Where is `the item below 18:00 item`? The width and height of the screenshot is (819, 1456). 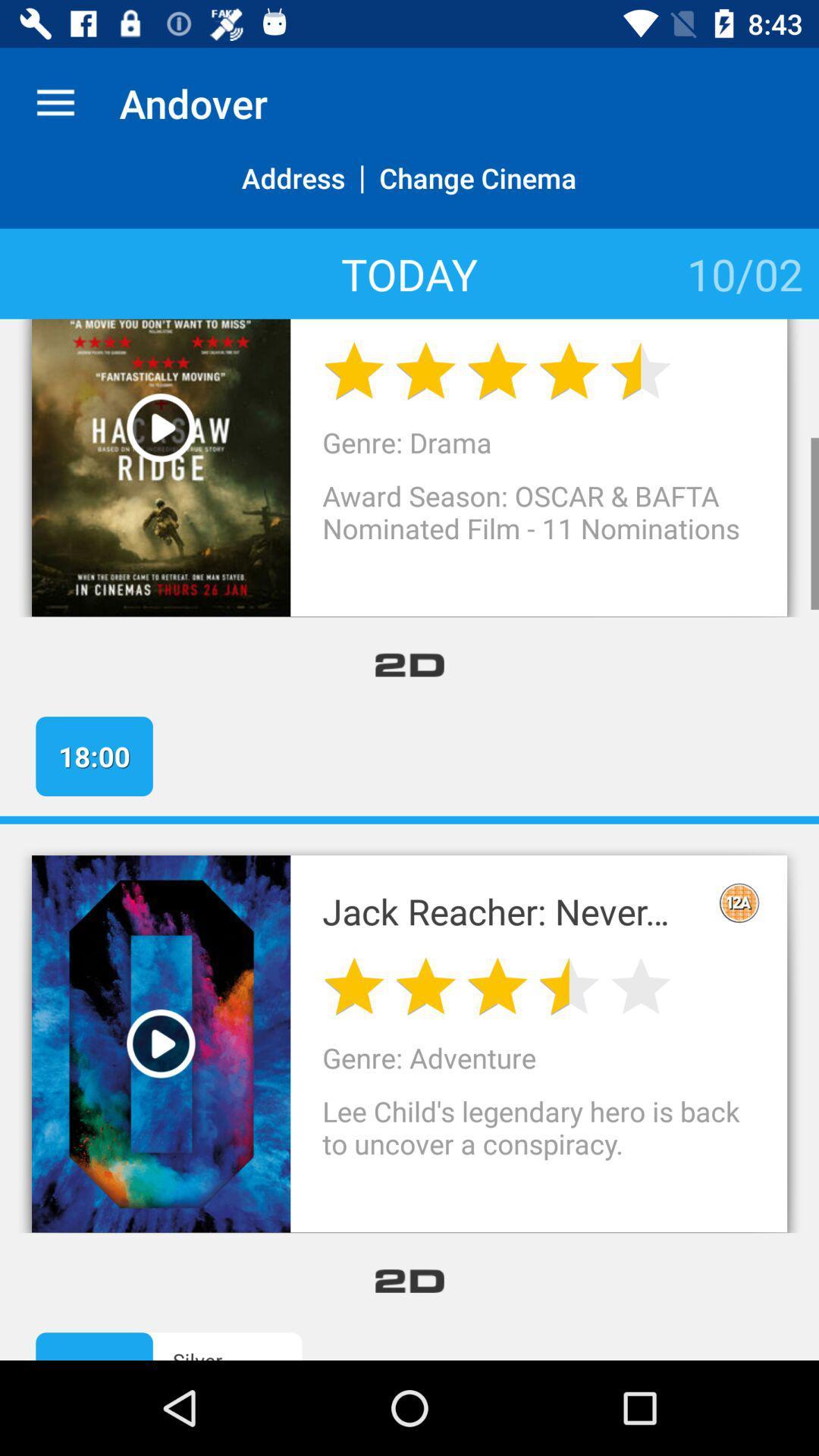
the item below 18:00 item is located at coordinates (409, 819).